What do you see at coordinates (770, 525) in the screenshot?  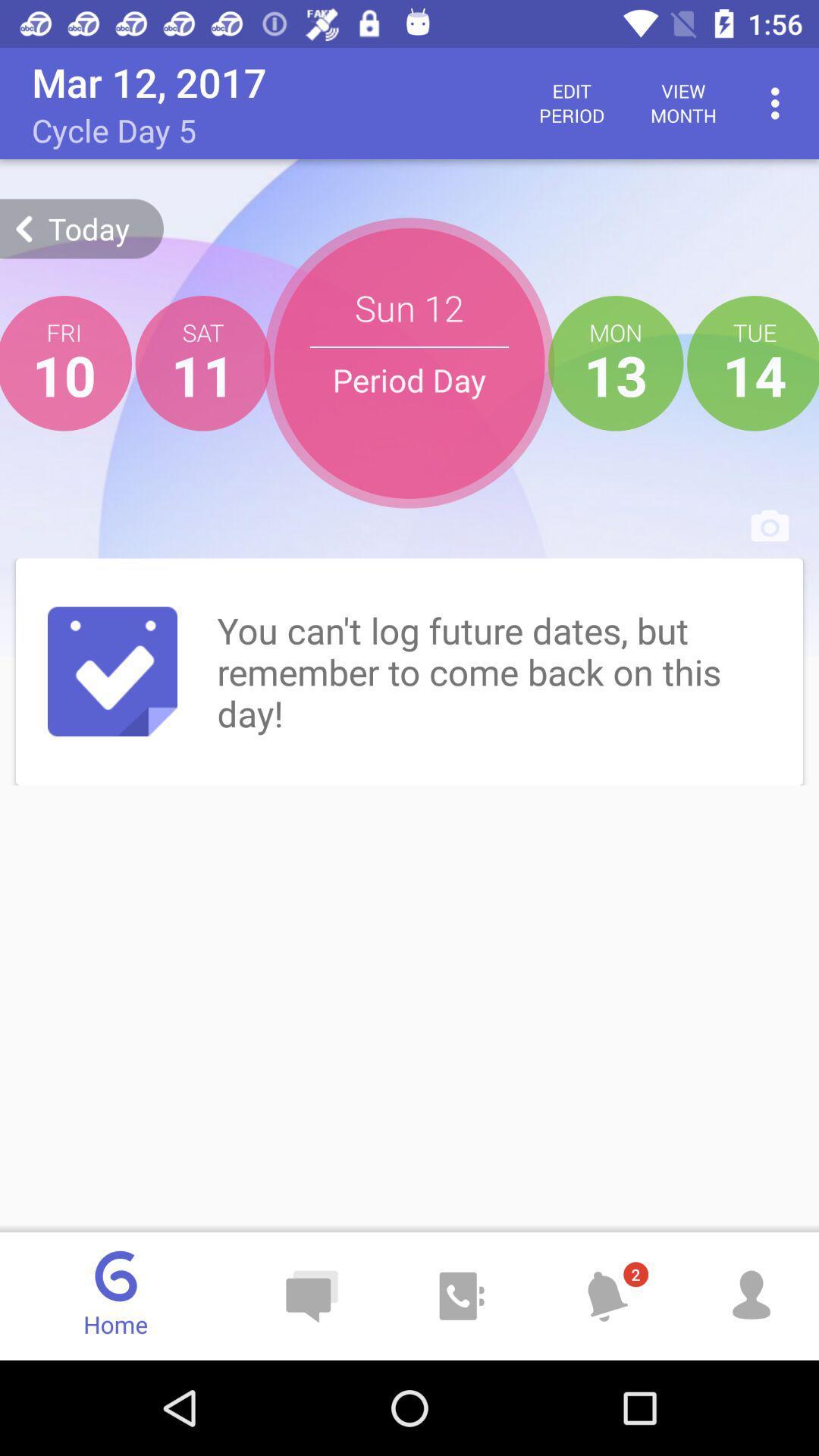 I see `camera` at bounding box center [770, 525].